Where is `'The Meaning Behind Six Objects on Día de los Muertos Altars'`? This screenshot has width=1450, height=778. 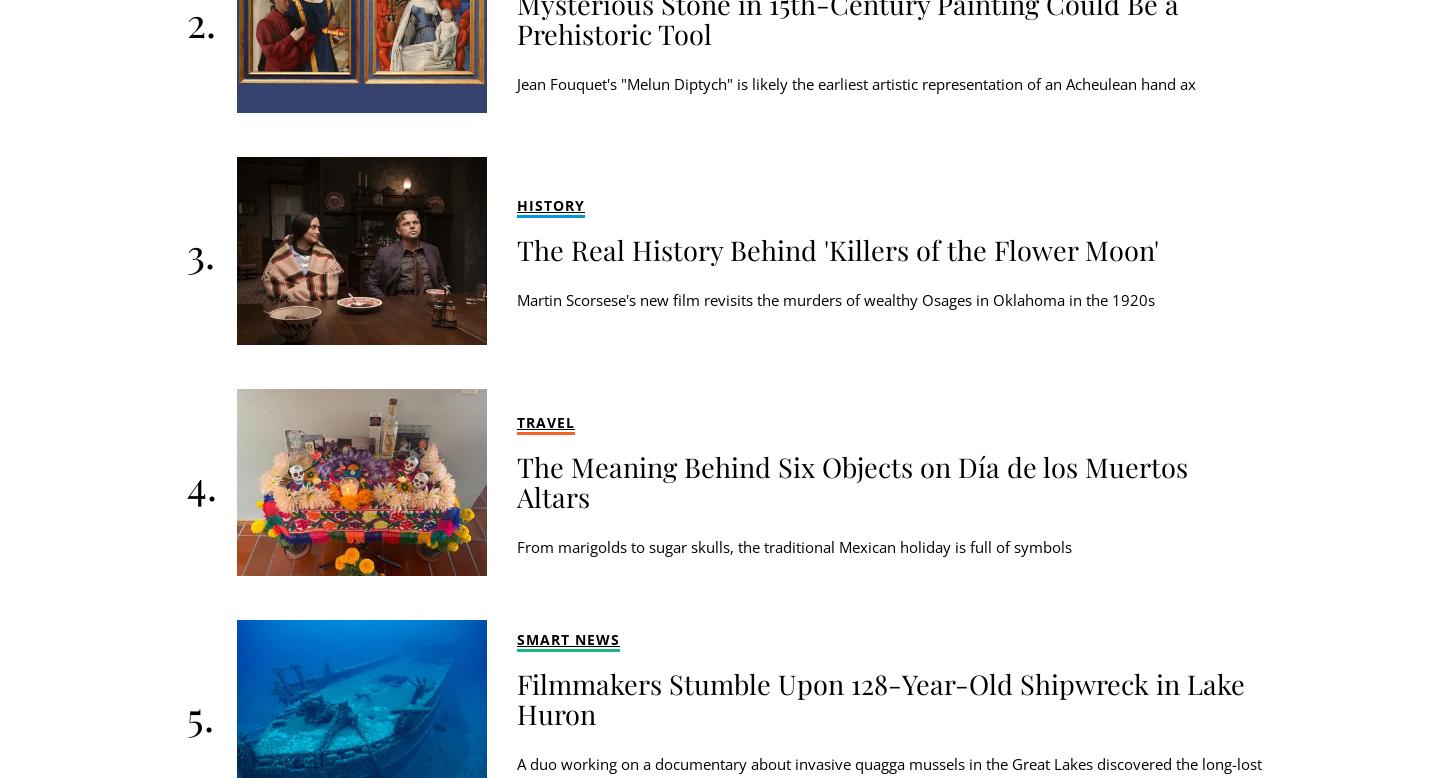 'The Meaning Behind Six Objects on Día de los Muertos Altars' is located at coordinates (851, 480).